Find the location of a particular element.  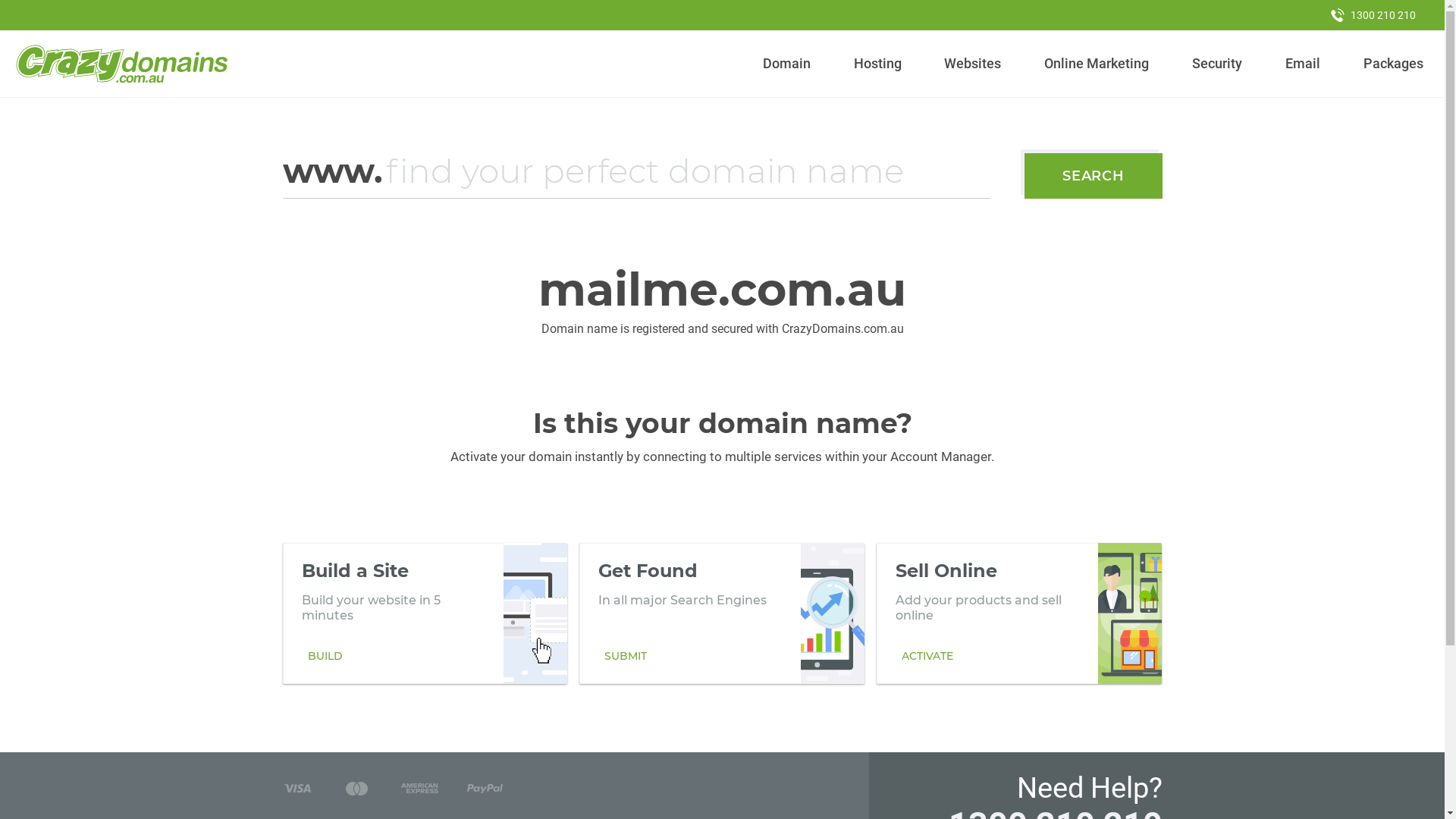

'Packages' is located at coordinates (1393, 63).